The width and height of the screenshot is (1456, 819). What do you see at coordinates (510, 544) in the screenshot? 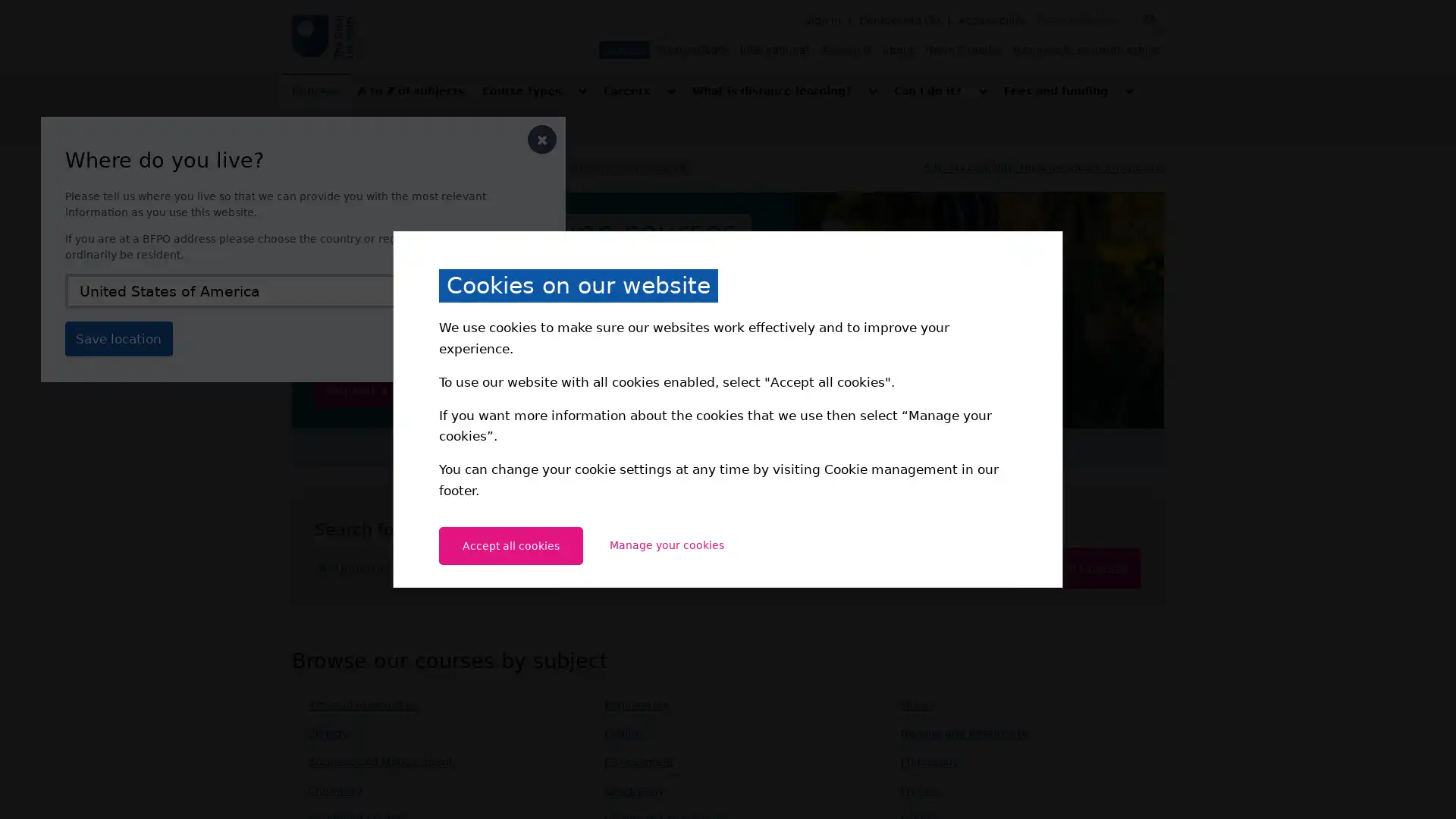
I see `Accept all cookies` at bounding box center [510, 544].